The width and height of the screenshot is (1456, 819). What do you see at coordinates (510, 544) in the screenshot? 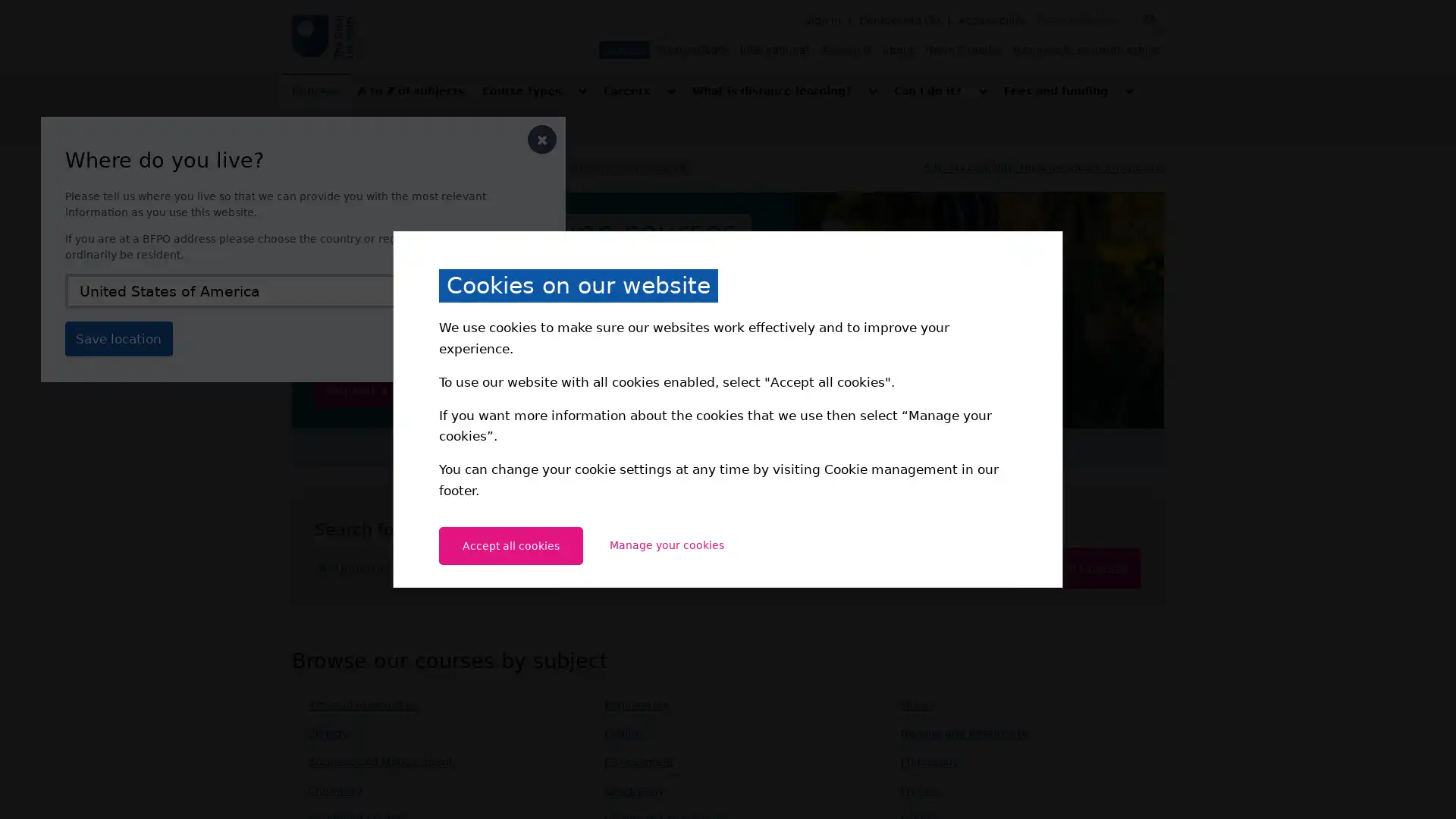
I see `Accept all cookies` at bounding box center [510, 544].